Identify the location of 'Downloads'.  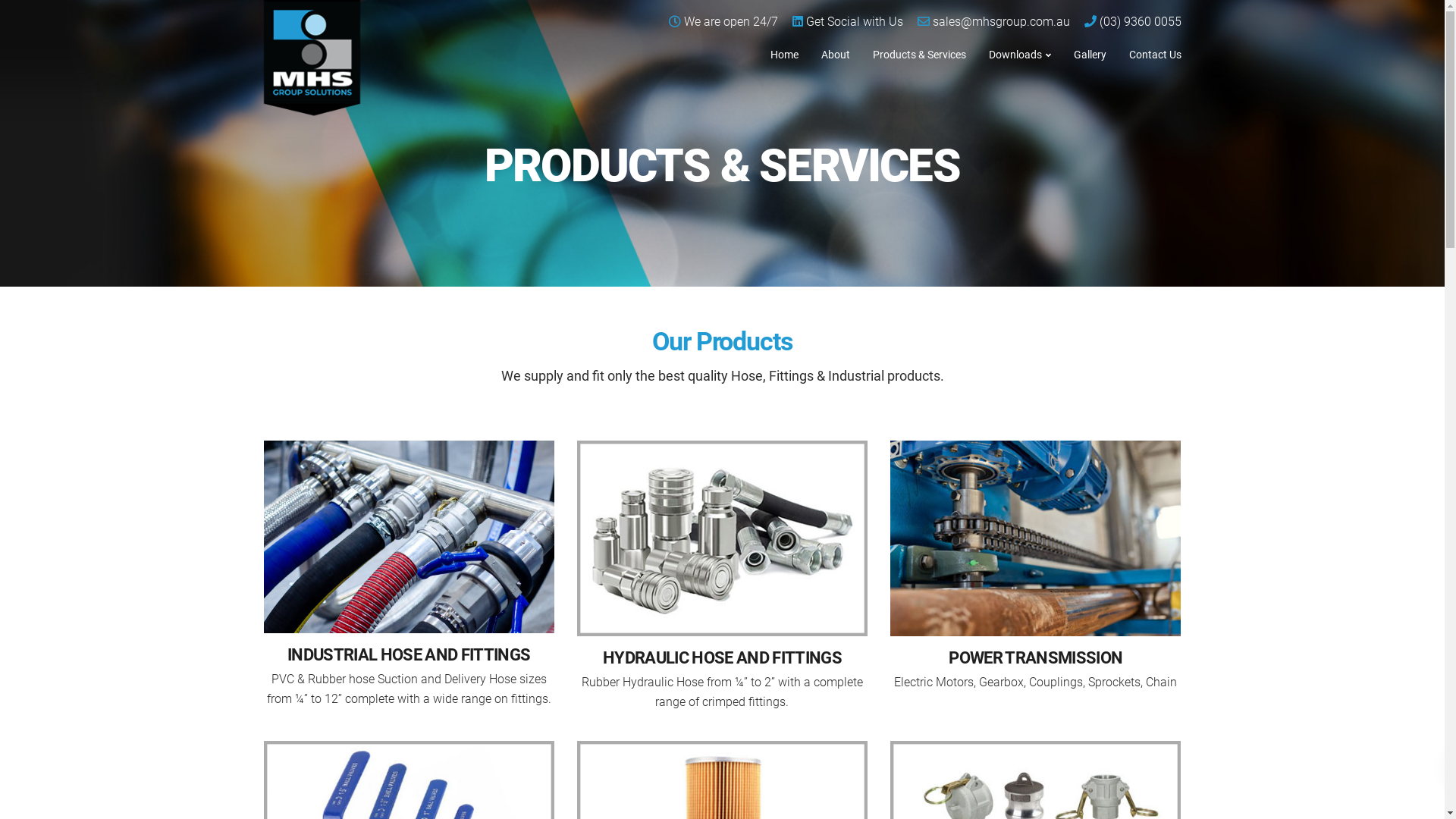
(1019, 52).